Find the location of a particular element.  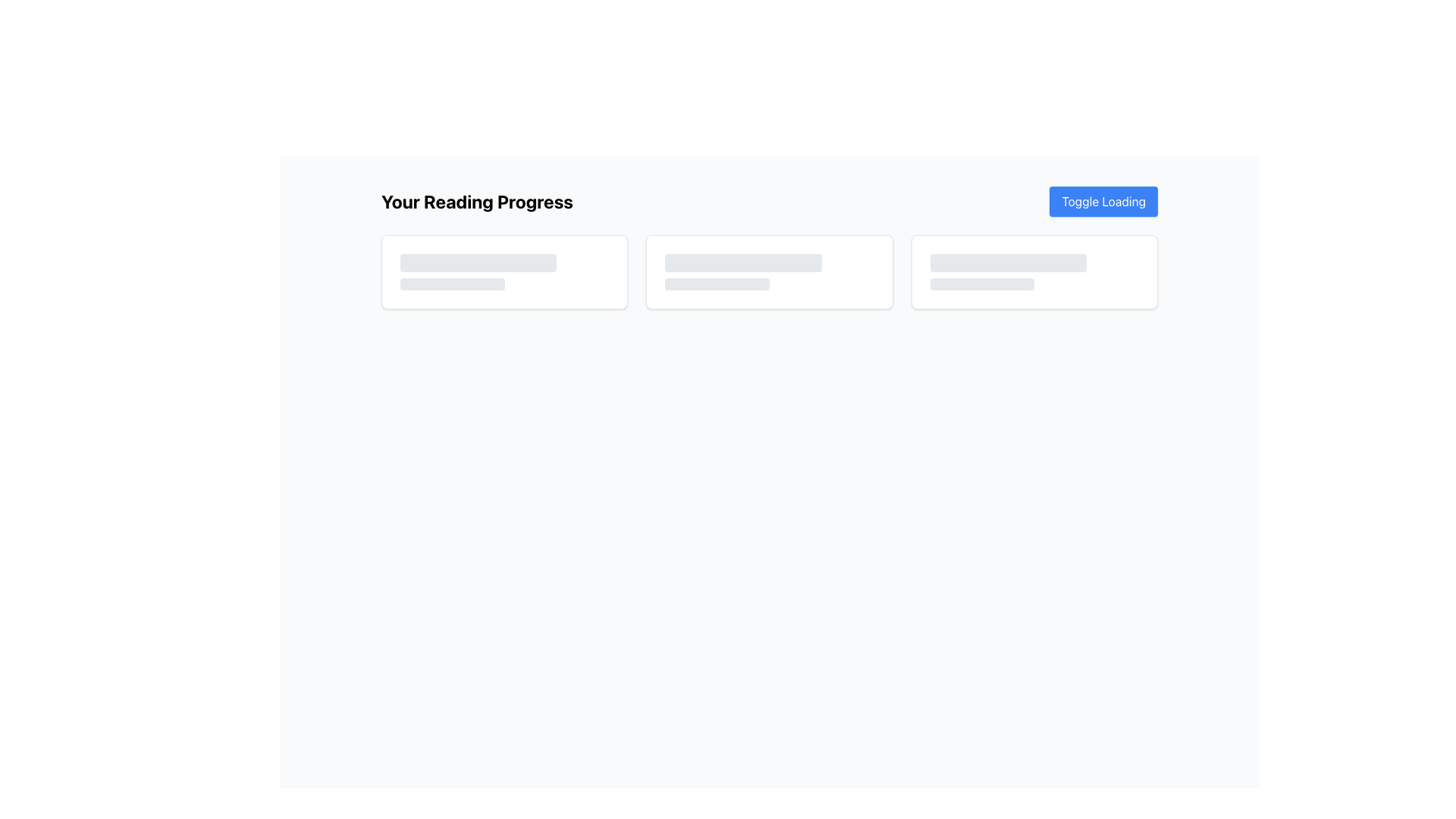

the second card placeholder that indicates a loading state, centrally located in the grid layout of three cards is located at coordinates (769, 271).